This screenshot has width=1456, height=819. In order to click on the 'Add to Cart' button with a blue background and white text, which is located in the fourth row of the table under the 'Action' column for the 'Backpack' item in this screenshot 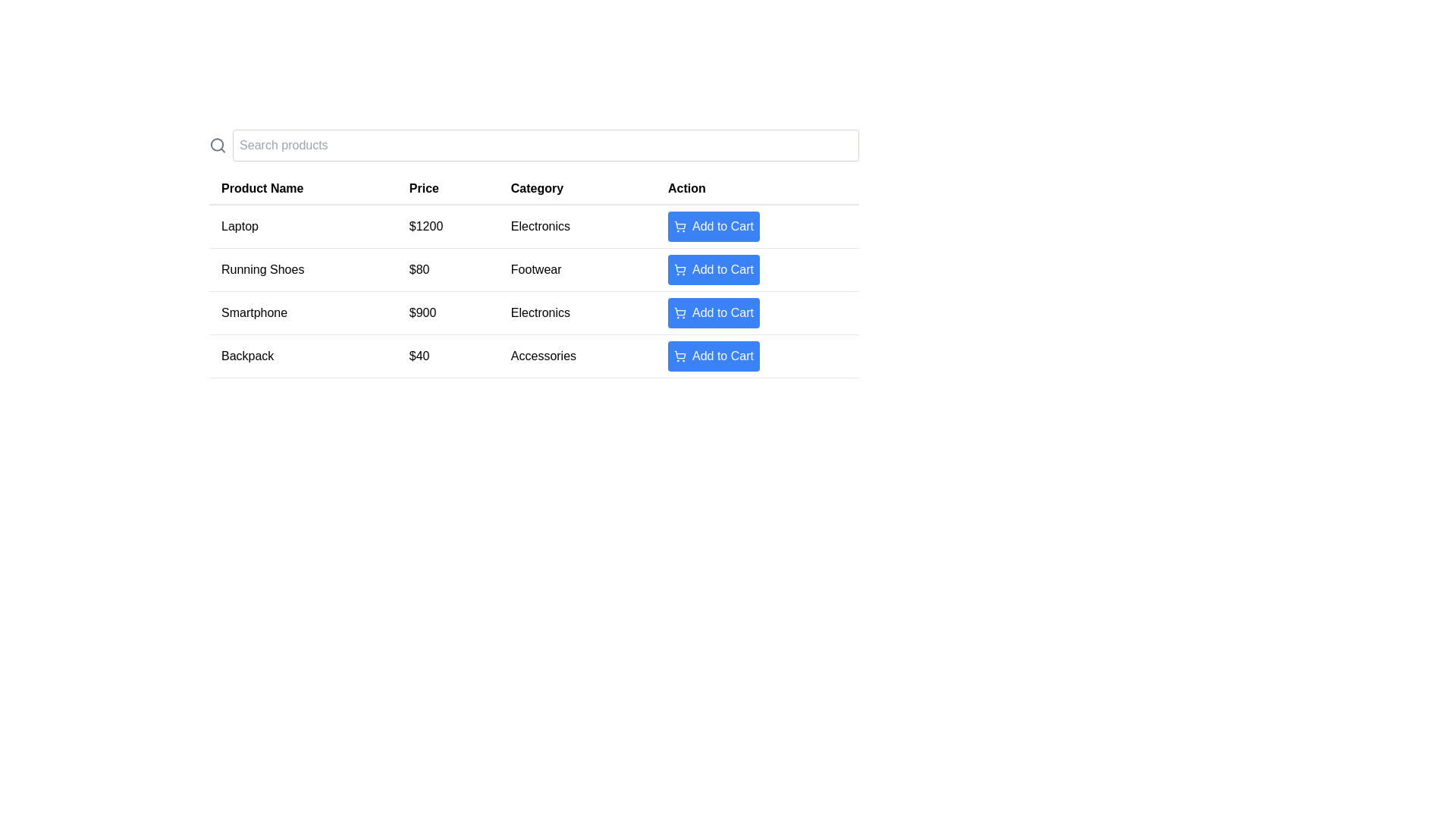, I will do `click(713, 356)`.